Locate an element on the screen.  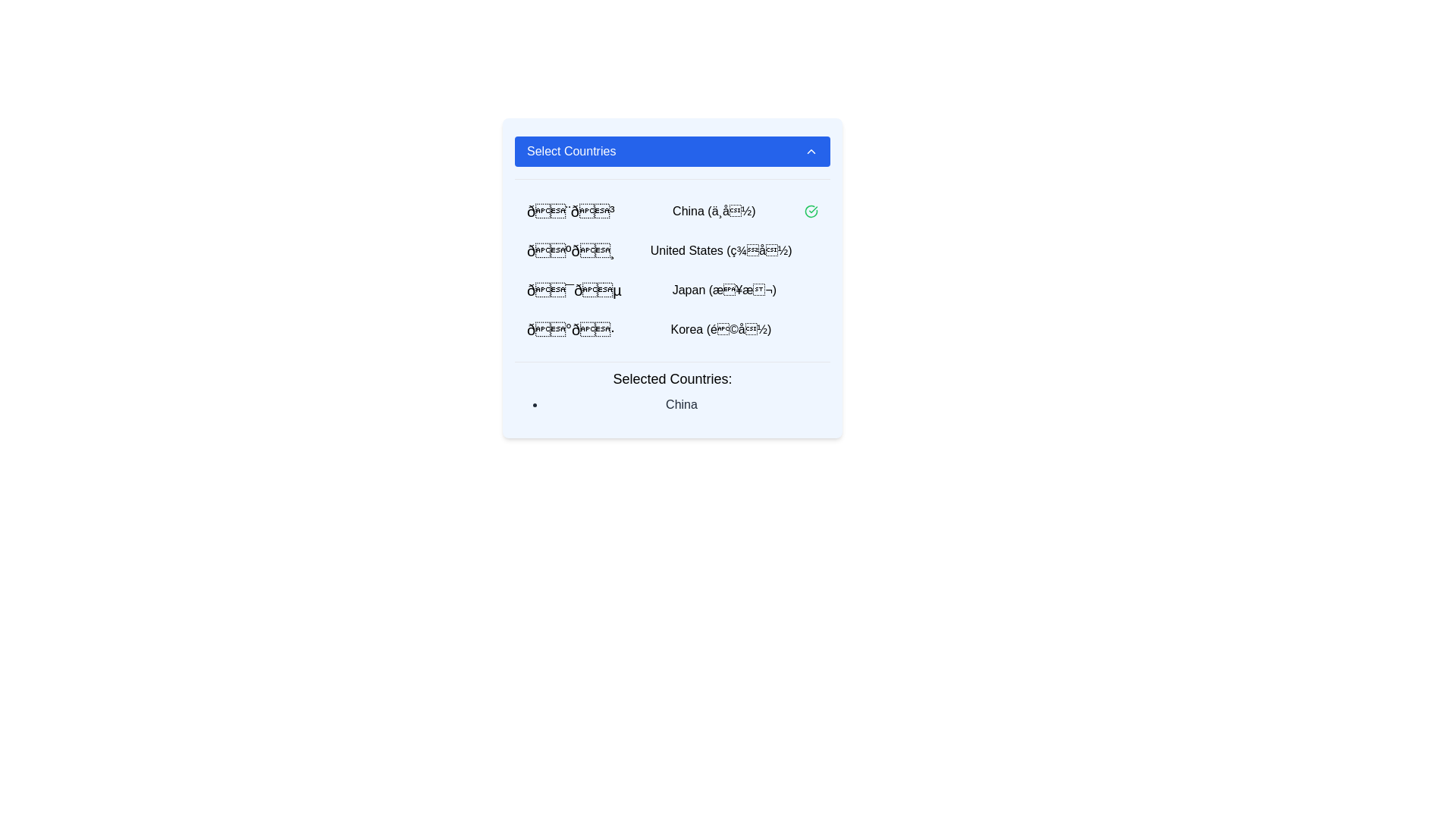
the selection status indicated by the icon located at the right end of the list item labeled 'China (中国)' is located at coordinates (811, 211).